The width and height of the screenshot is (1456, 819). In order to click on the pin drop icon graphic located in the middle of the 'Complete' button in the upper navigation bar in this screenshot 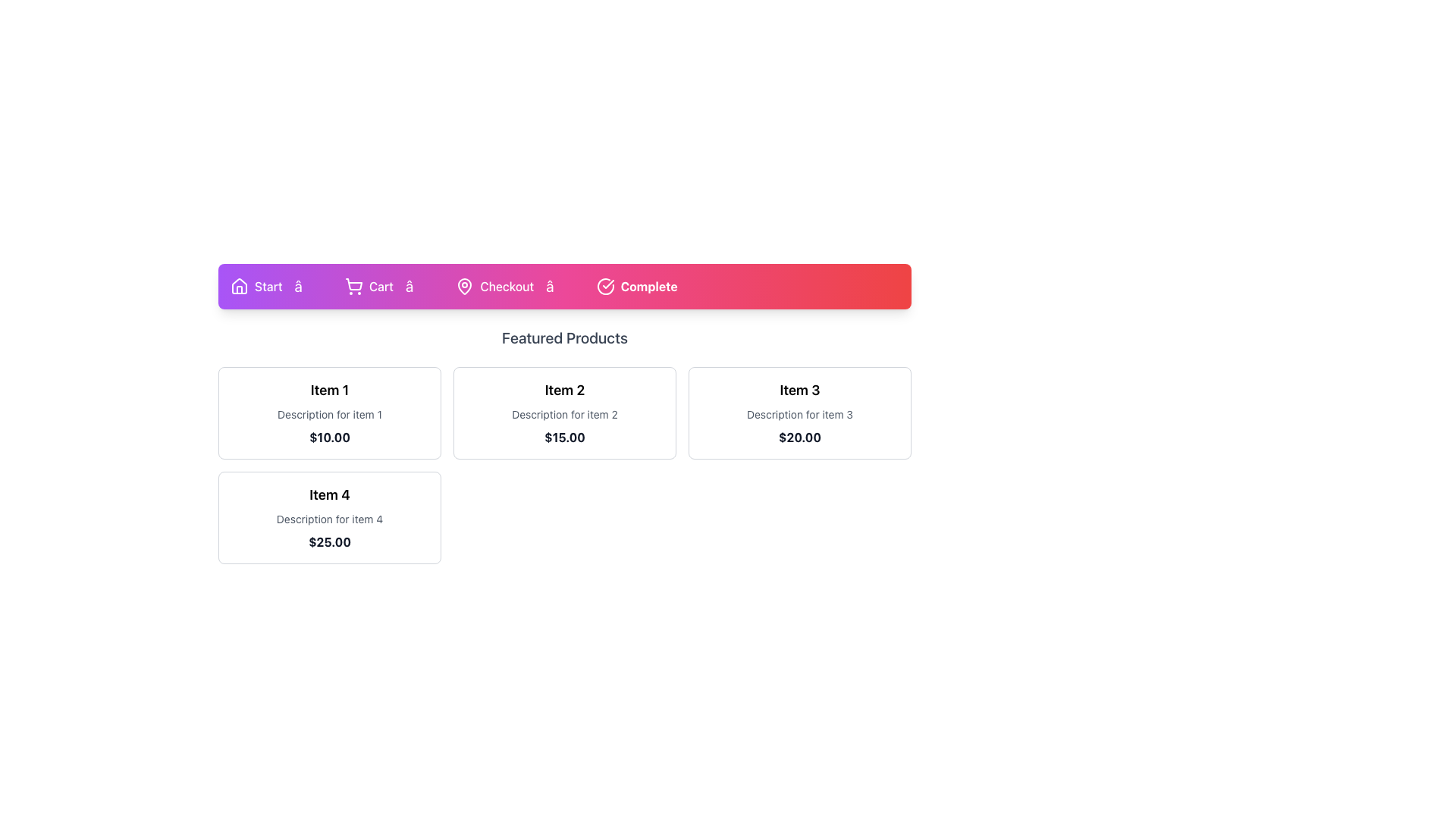, I will do `click(464, 287)`.